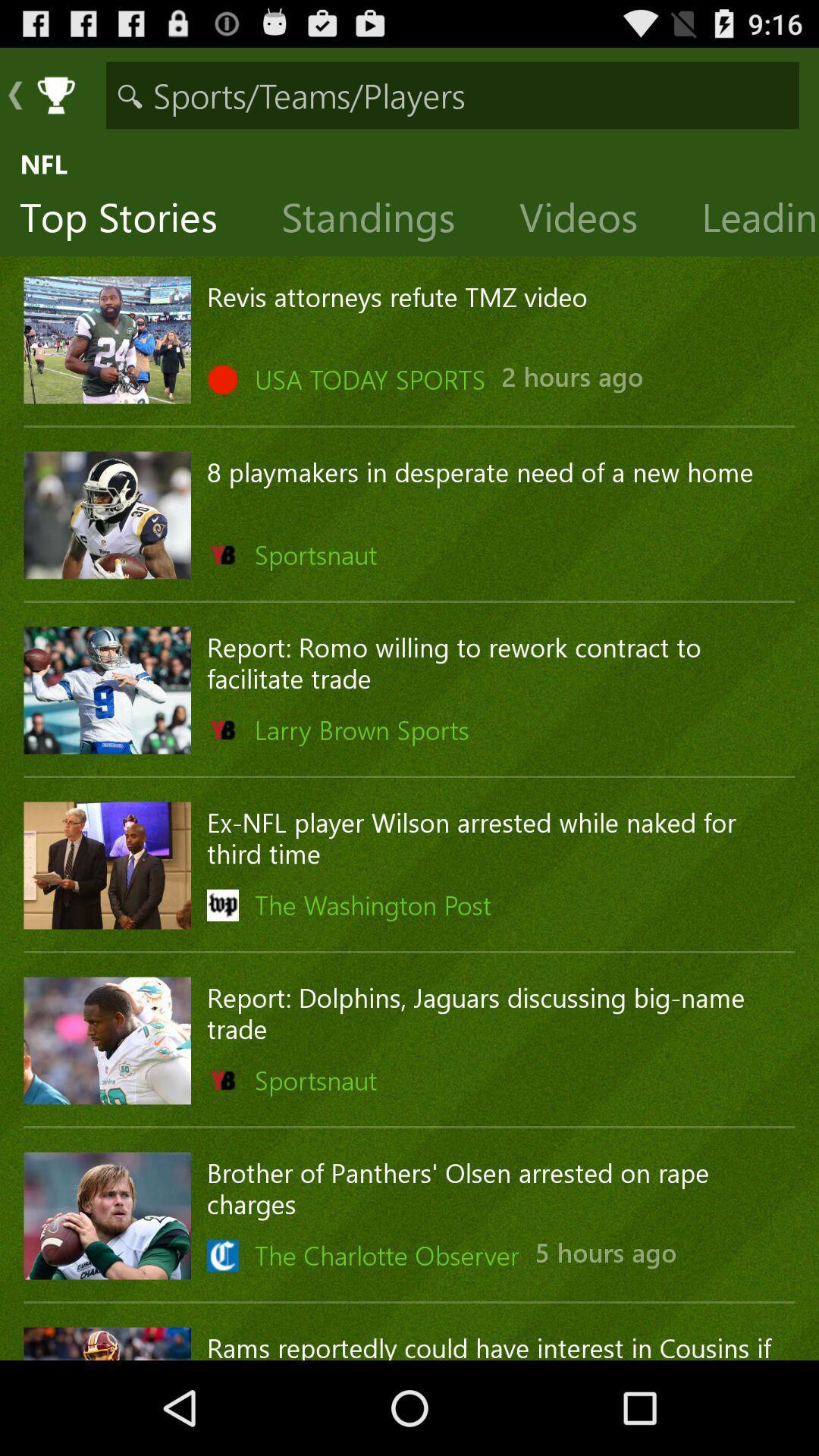 This screenshot has width=819, height=1456. I want to click on the icon to the left of the standings, so click(130, 220).